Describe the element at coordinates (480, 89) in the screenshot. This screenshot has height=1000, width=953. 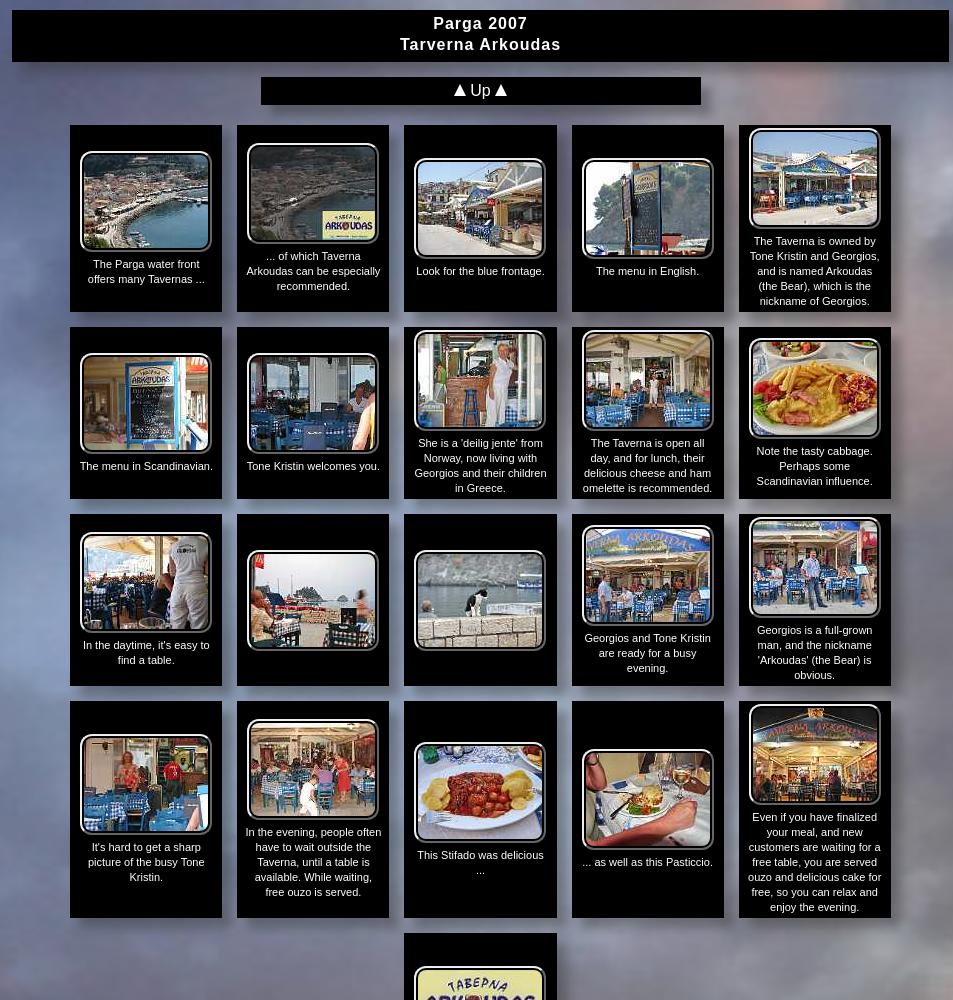
I see `'Up'` at that location.